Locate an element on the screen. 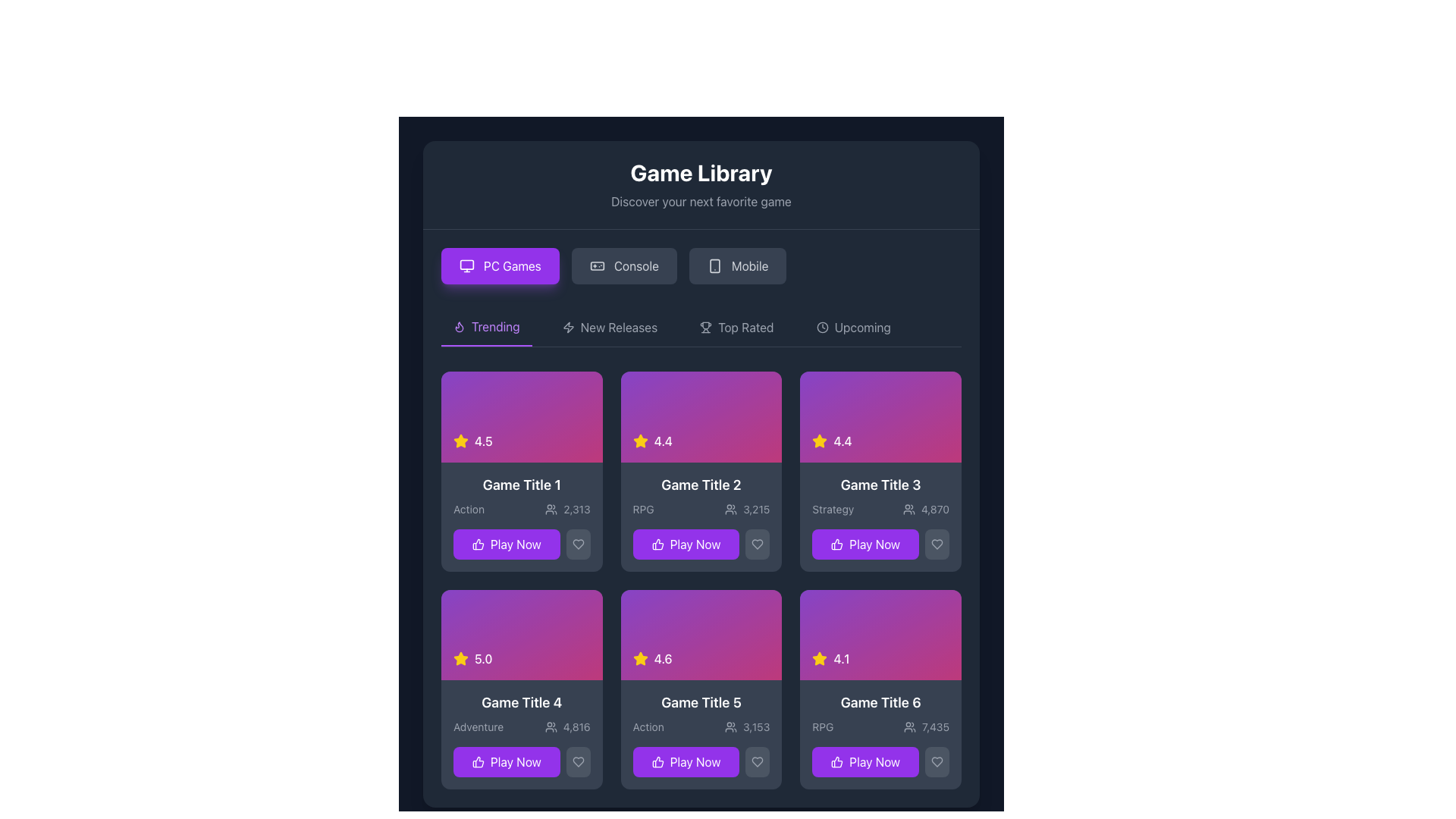 Image resolution: width=1456 pixels, height=819 pixels. the 'Top Rated' navigational tab, which is the third option in the horizontal menu bar located below the main category buttons in the 'Game Library' interface is located at coordinates (701, 327).